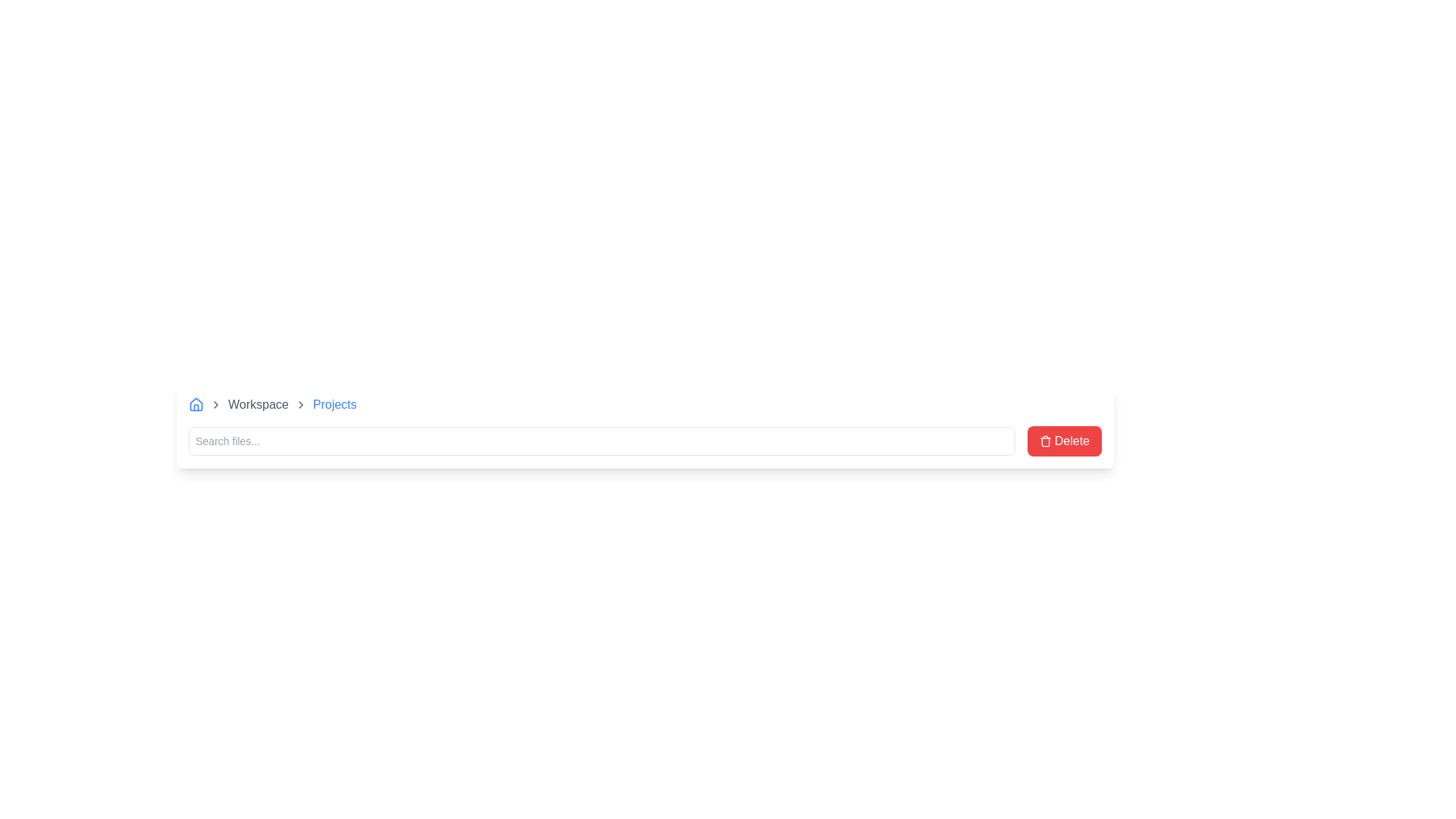 The width and height of the screenshot is (1456, 819). What do you see at coordinates (645, 403) in the screenshot?
I see `the 'Projects' breadcrumb link in the breadcrumb navigation at the top of the user interface` at bounding box center [645, 403].